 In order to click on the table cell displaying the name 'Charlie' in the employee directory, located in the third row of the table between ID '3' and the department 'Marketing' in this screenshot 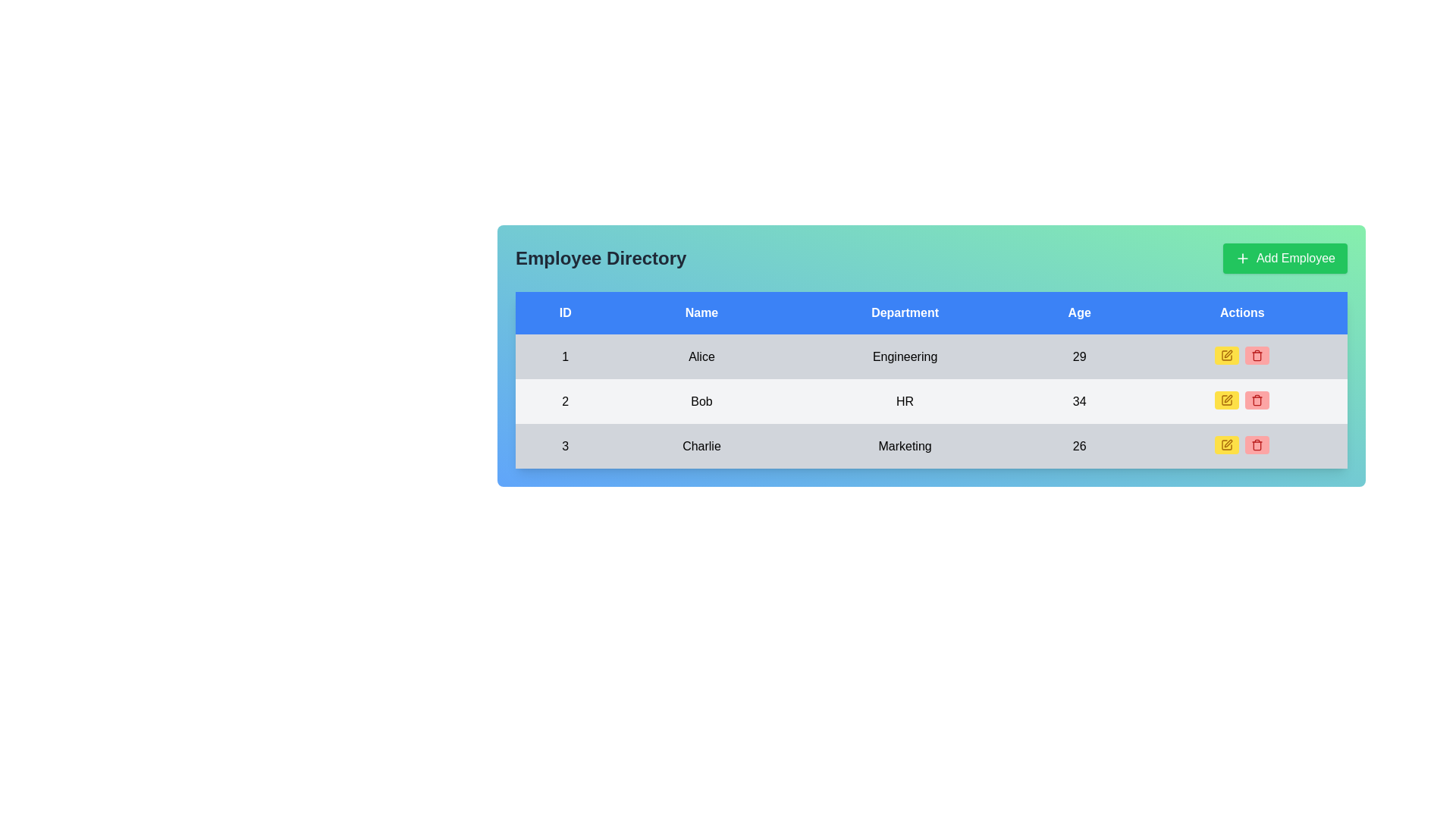, I will do `click(701, 445)`.